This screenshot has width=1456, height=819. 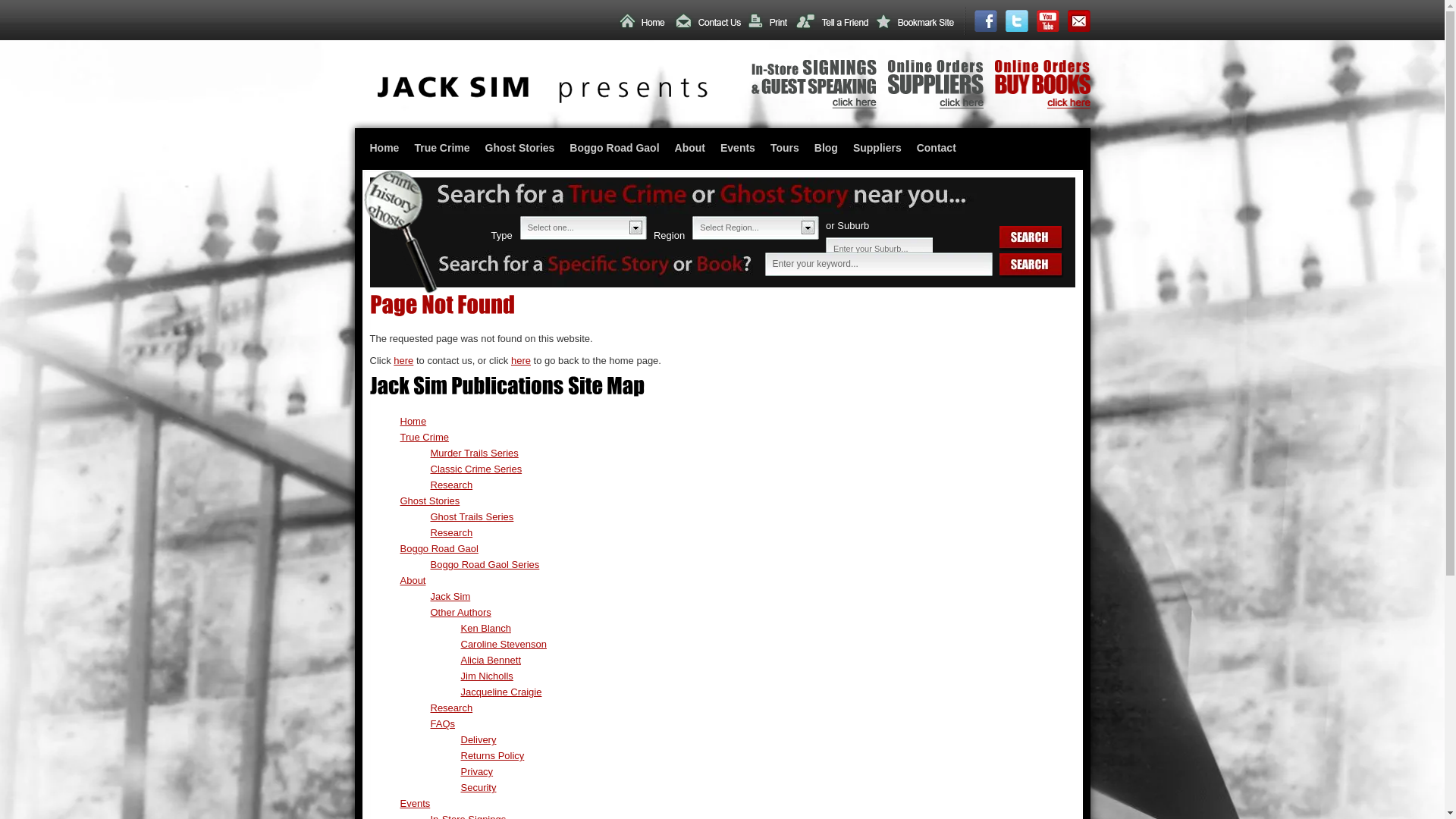 What do you see at coordinates (413, 580) in the screenshot?
I see `'About'` at bounding box center [413, 580].